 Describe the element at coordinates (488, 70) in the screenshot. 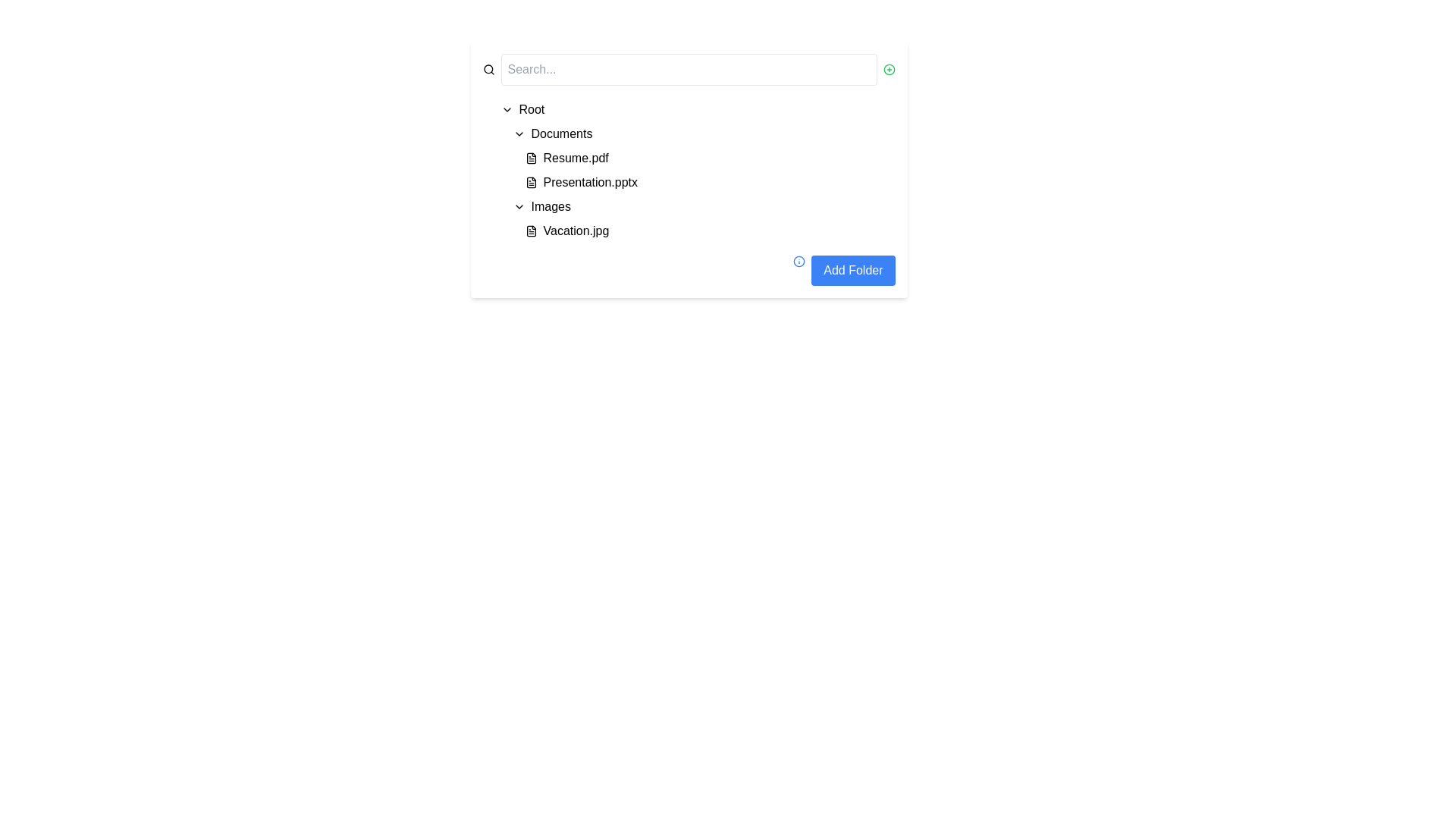

I see `the search icon located at the leftmost end of the horizontal grouping, which is adjacent to the search input field` at that location.